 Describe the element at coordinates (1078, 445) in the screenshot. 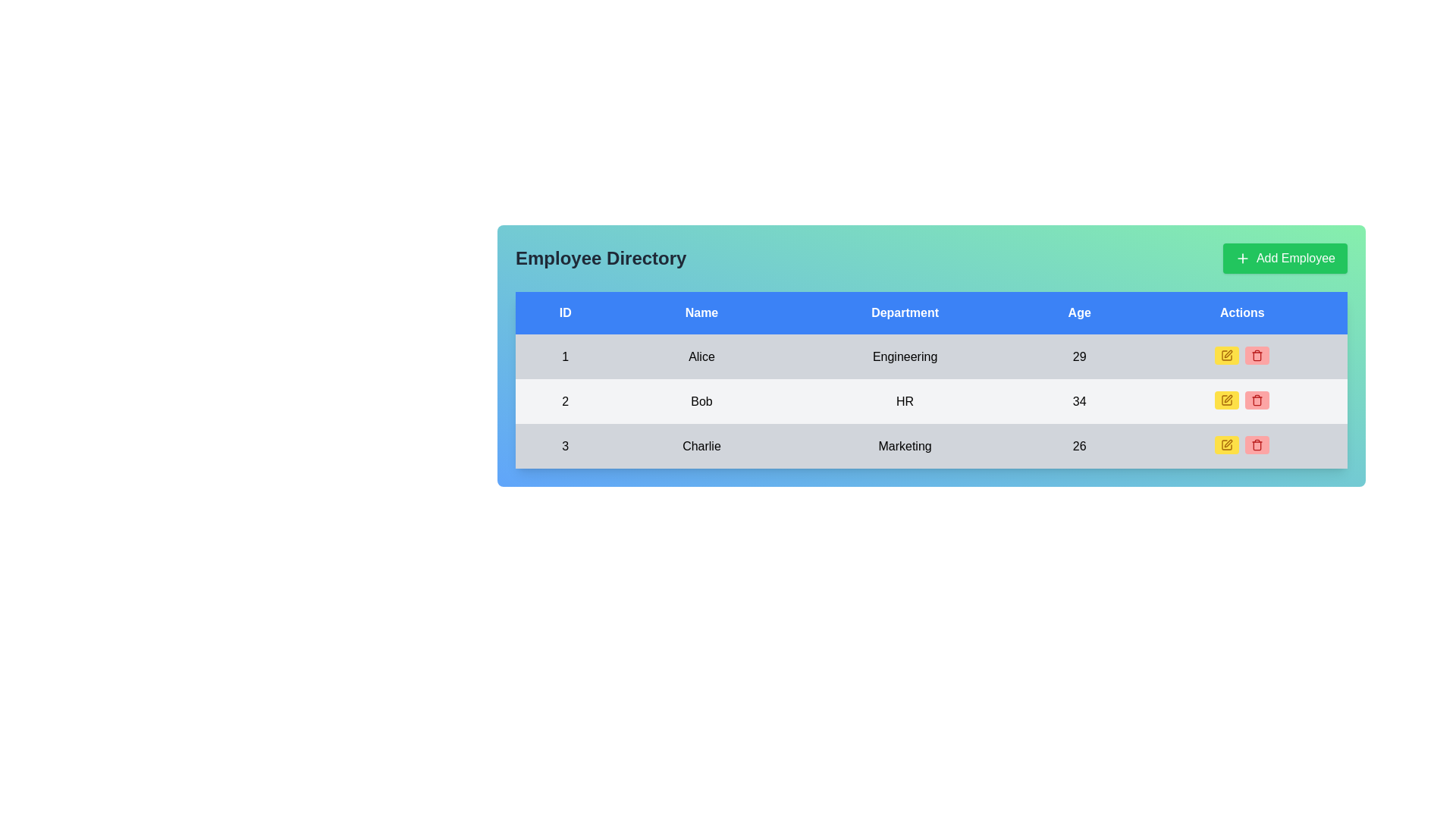

I see `the text label displaying the number '26' located in the fourth column of the third row of a table, which has a light gray background` at that location.